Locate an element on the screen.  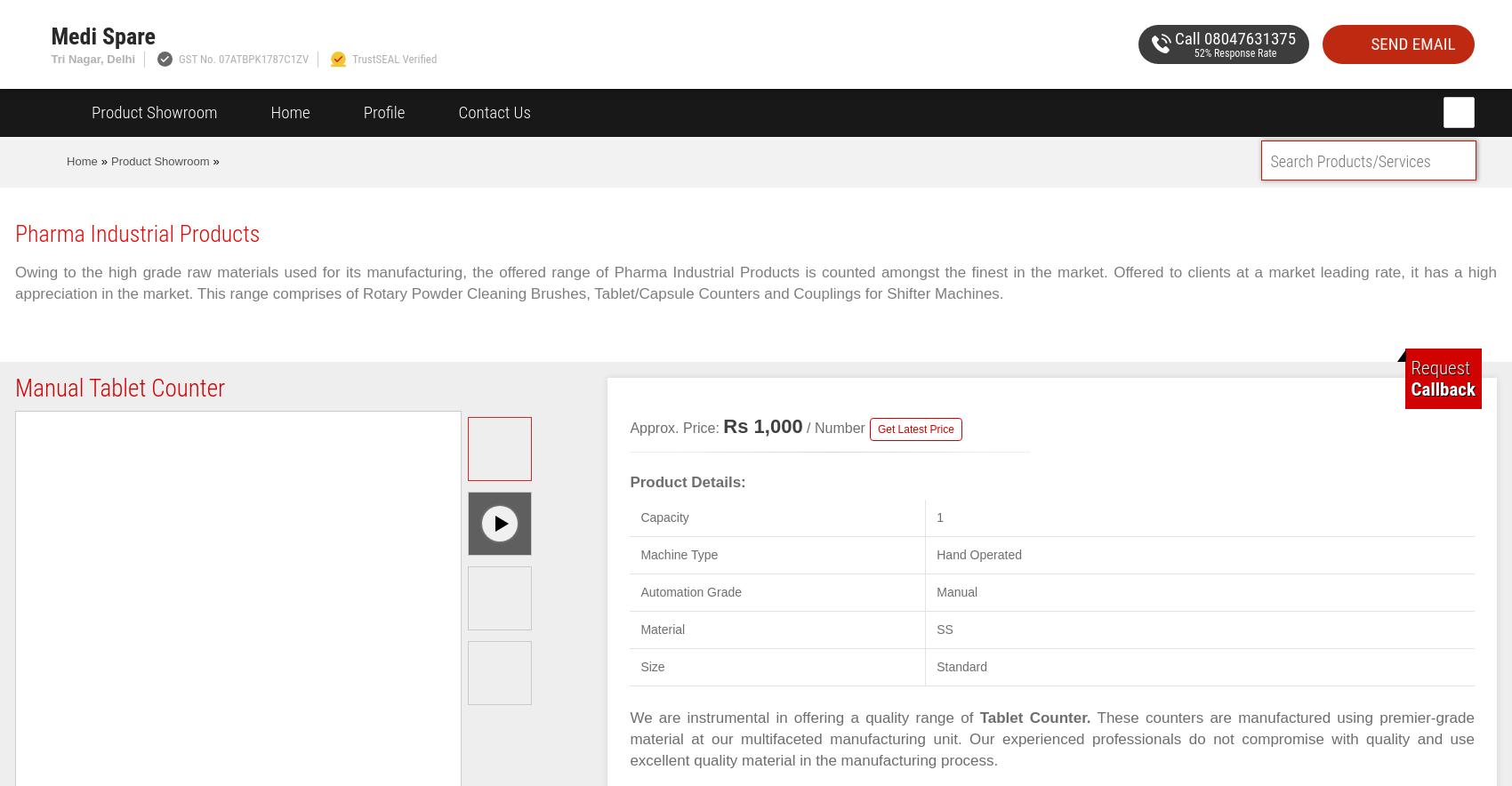
'GST No.' is located at coordinates (198, 58).